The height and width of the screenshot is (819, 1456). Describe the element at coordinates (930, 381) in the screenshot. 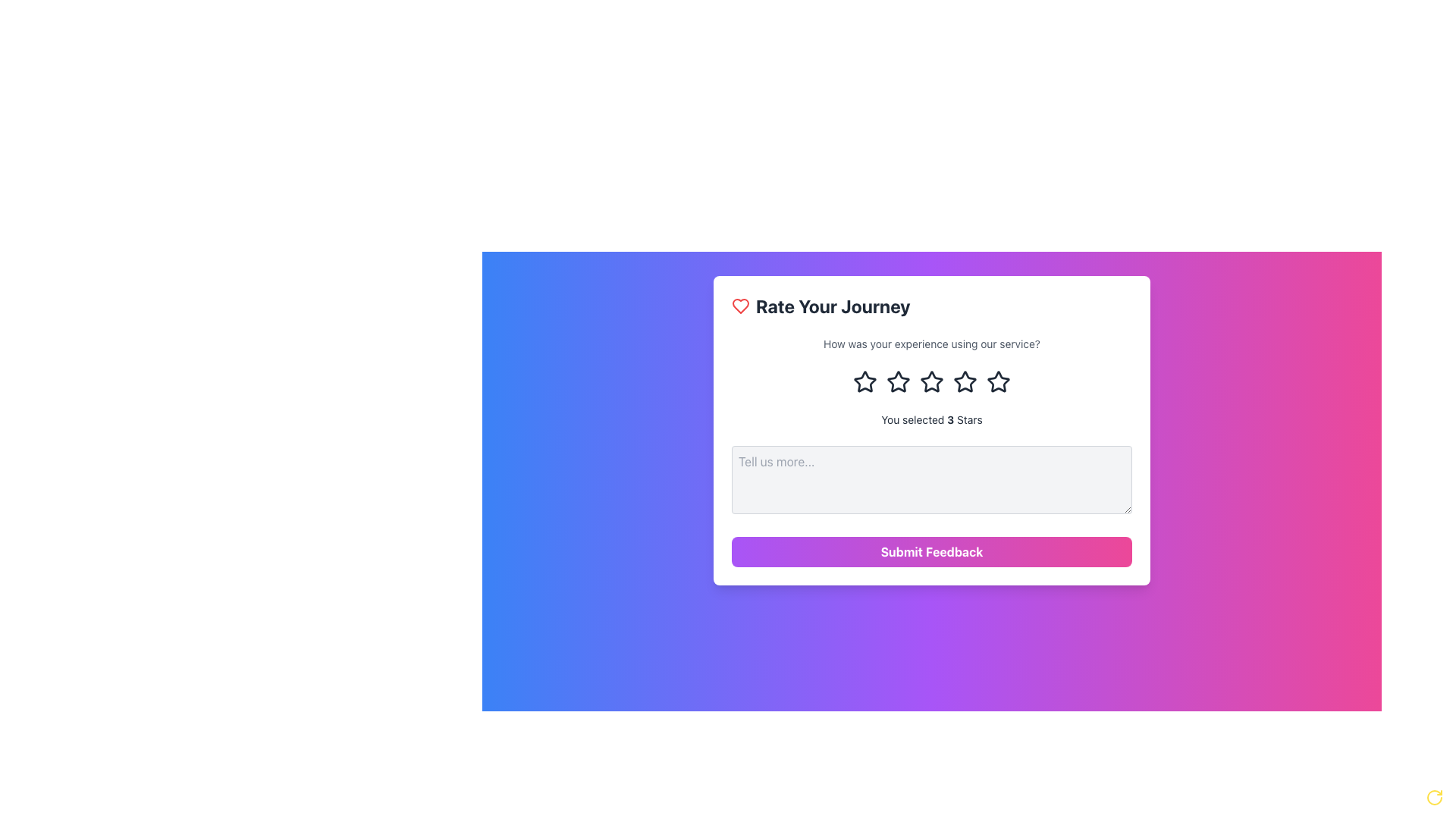

I see `the third star in the rating selection row to indicate a selection of three stars as feedback` at that location.